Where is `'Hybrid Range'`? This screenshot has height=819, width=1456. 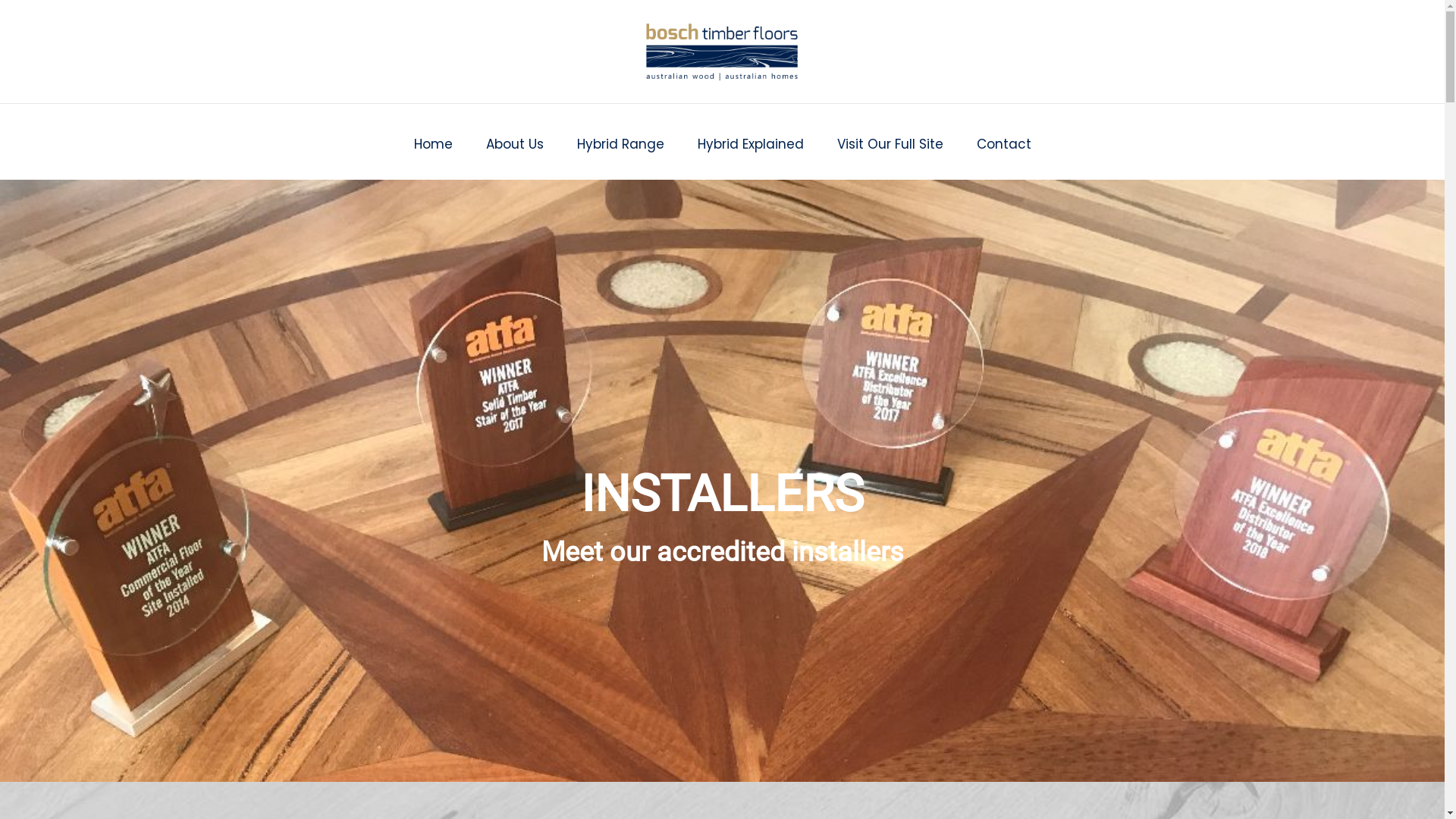
'Hybrid Range' is located at coordinates (620, 140).